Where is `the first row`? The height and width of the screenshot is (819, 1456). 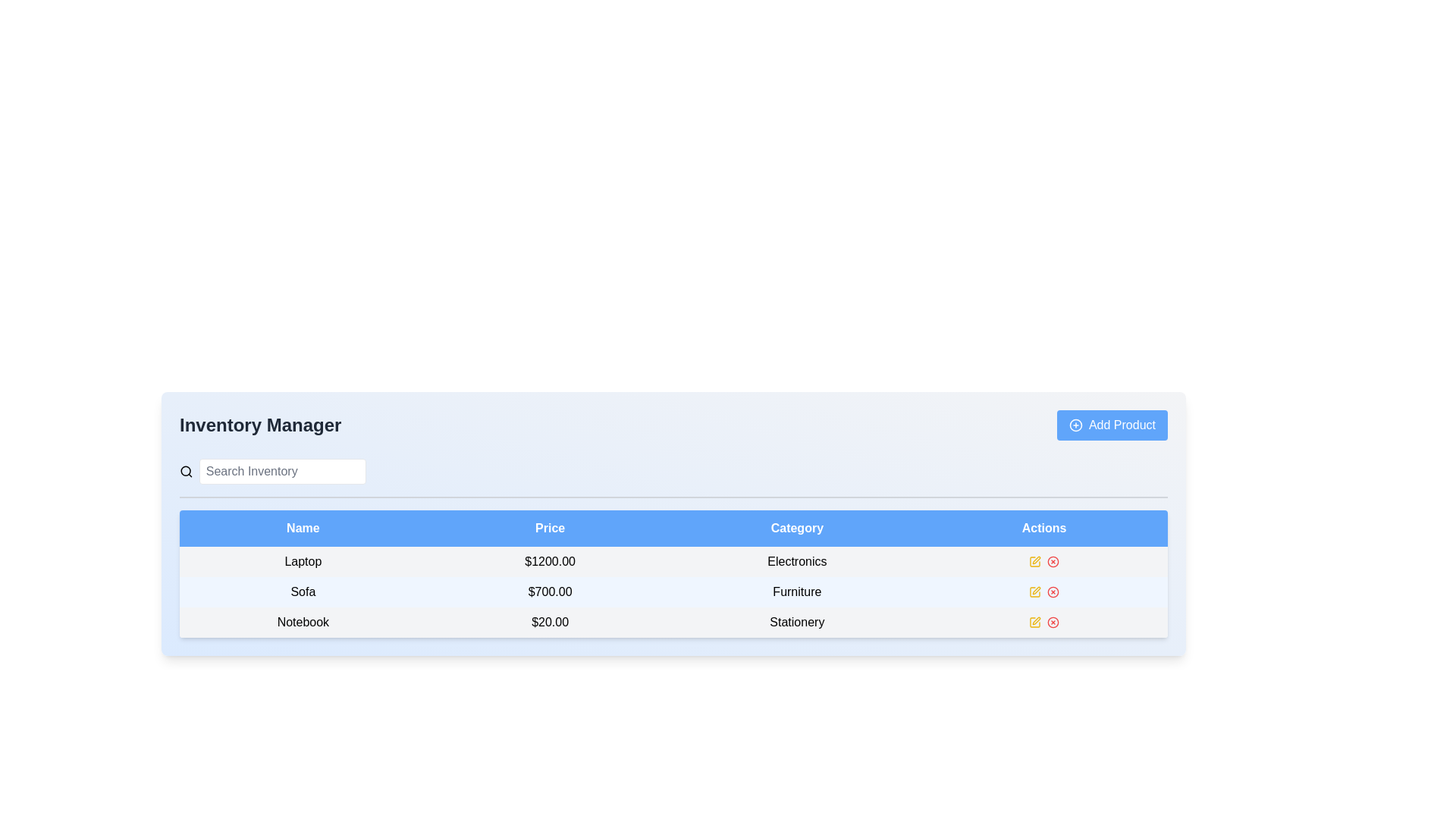
the first row is located at coordinates (673, 561).